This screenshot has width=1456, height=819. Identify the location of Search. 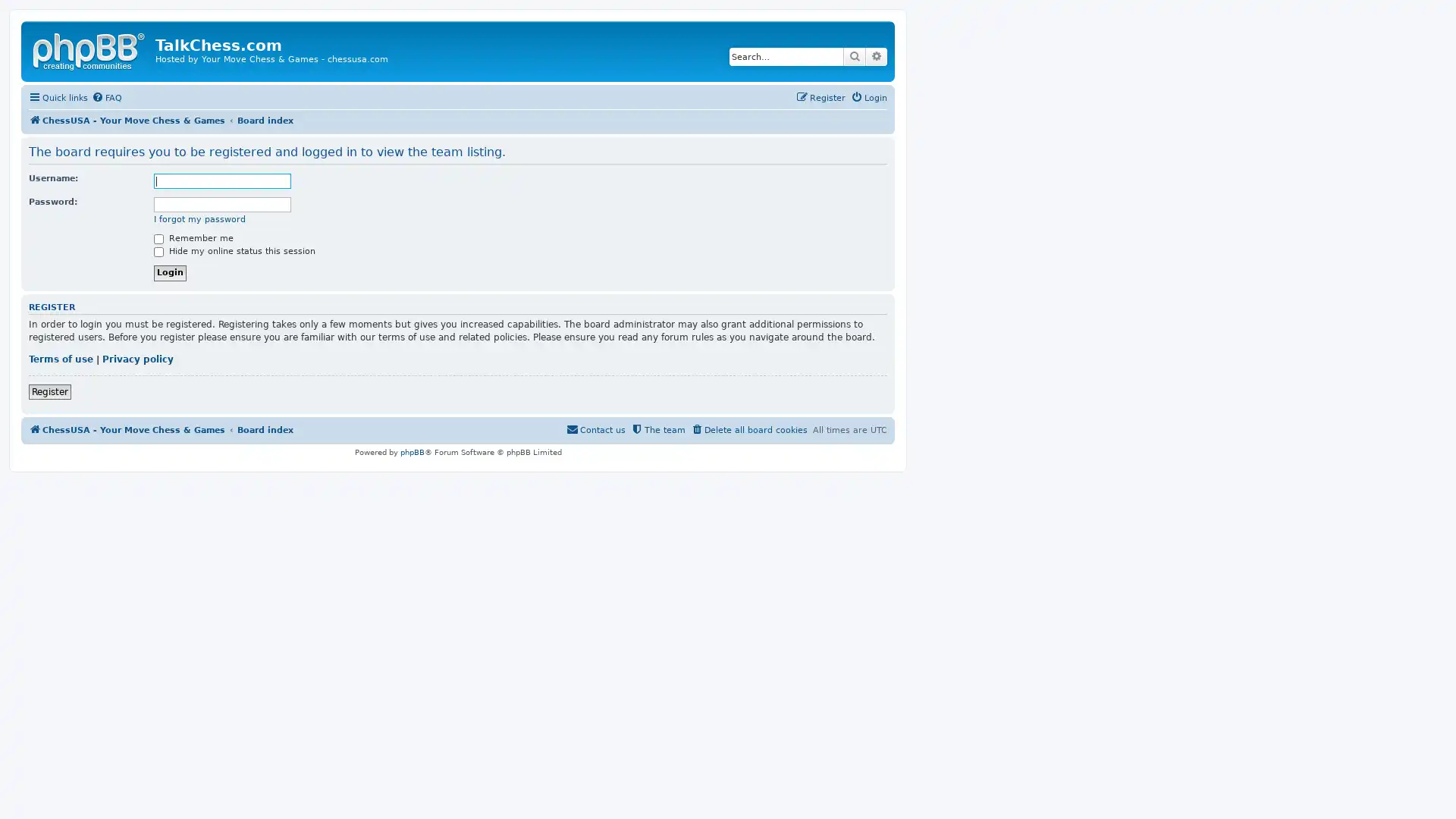
(855, 55).